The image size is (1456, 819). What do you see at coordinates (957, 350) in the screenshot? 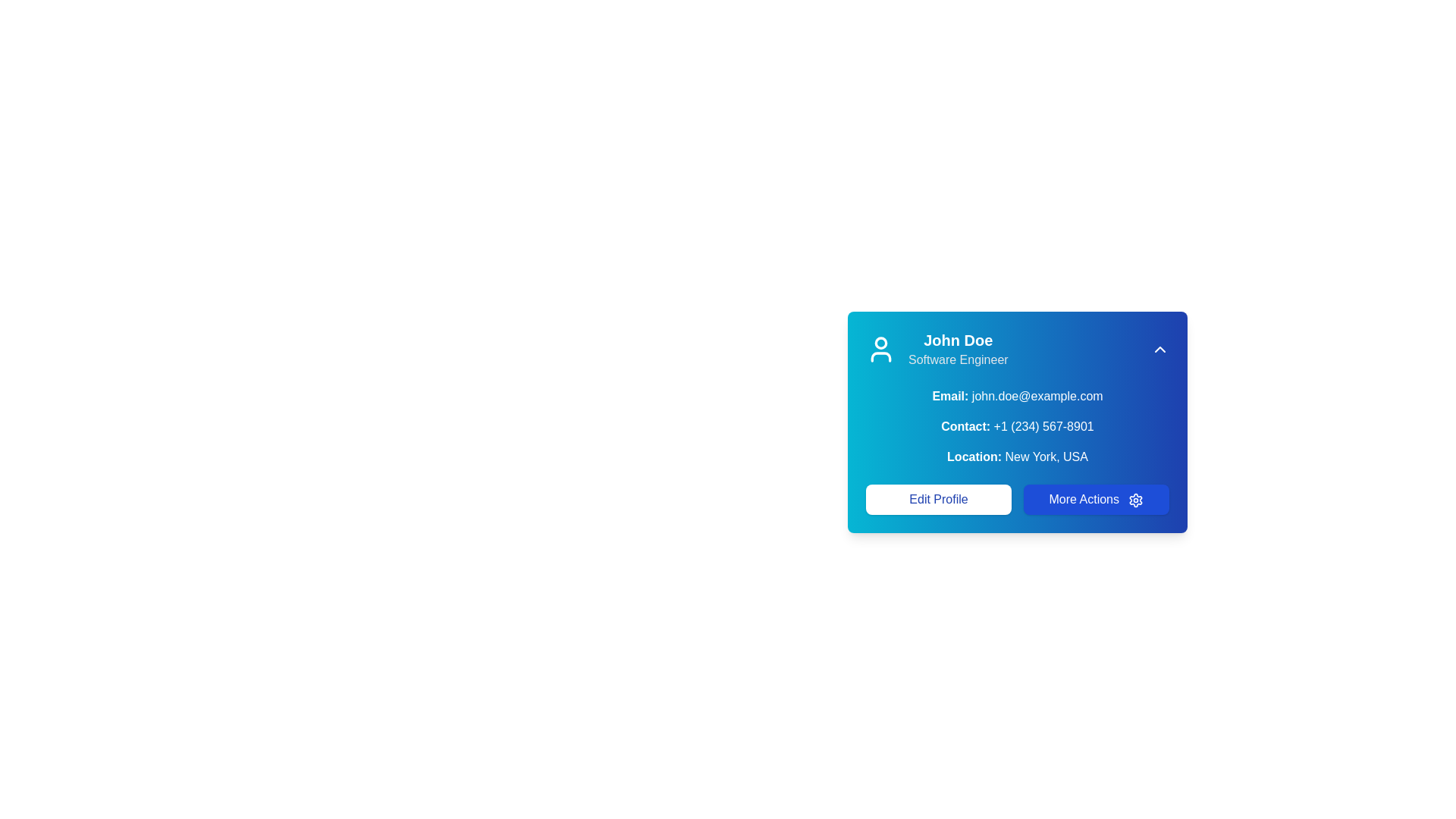
I see `the Text label displaying the user's name and job title, which is located at the top right of the card, adjacent to the user profile icon` at bounding box center [957, 350].